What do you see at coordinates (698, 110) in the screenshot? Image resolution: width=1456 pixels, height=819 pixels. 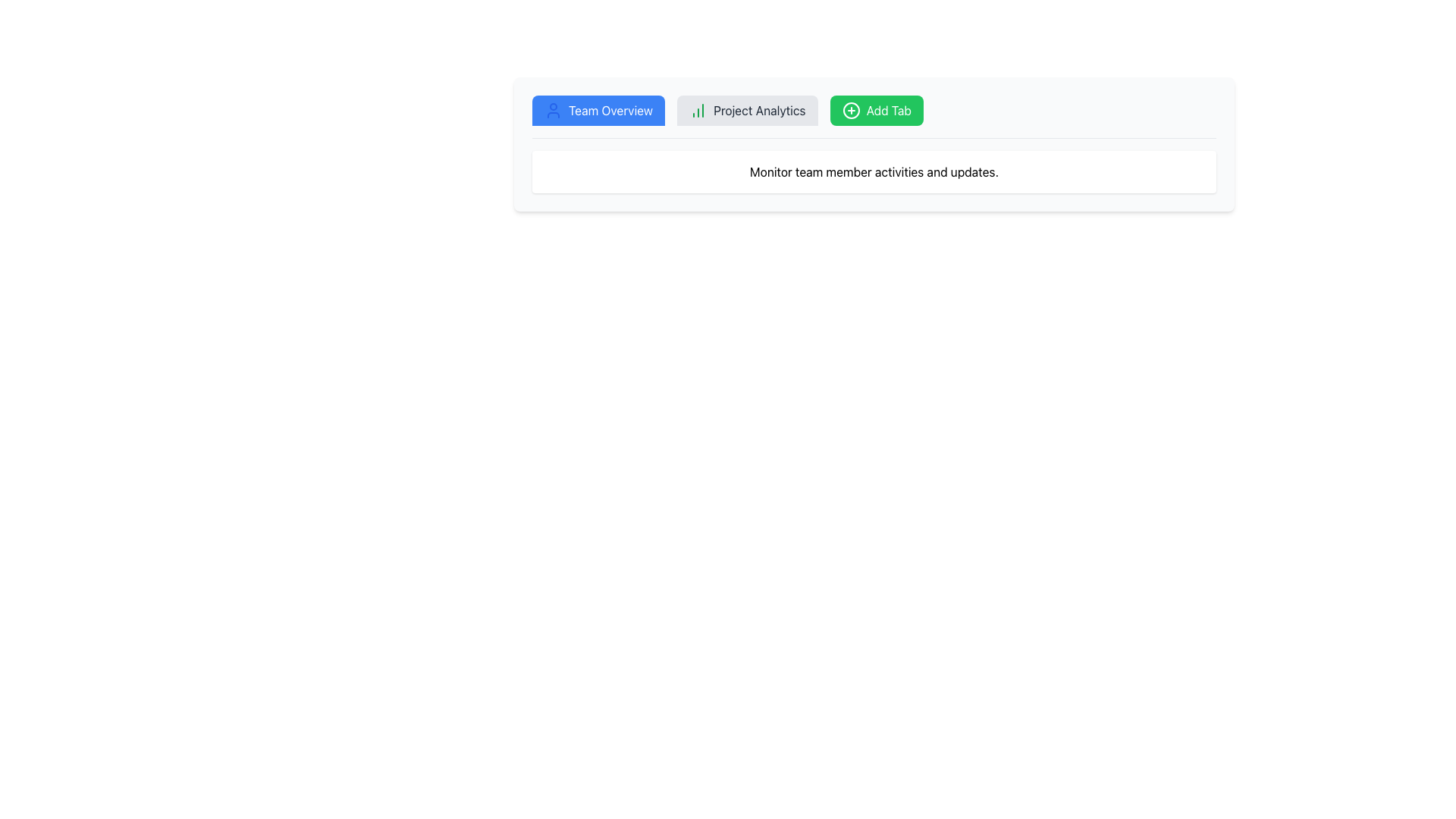 I see `the small green` at bounding box center [698, 110].